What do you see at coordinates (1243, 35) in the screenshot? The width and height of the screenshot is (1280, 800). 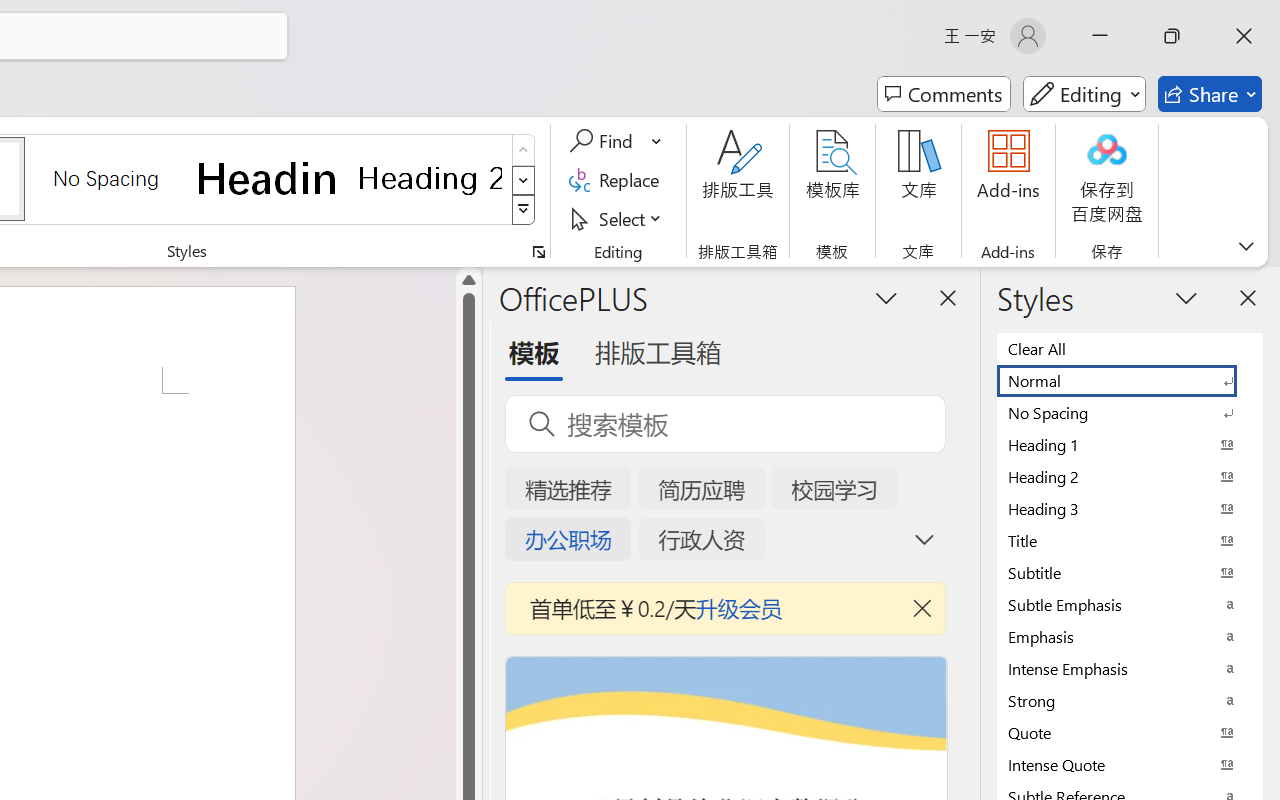 I see `'Close'` at bounding box center [1243, 35].